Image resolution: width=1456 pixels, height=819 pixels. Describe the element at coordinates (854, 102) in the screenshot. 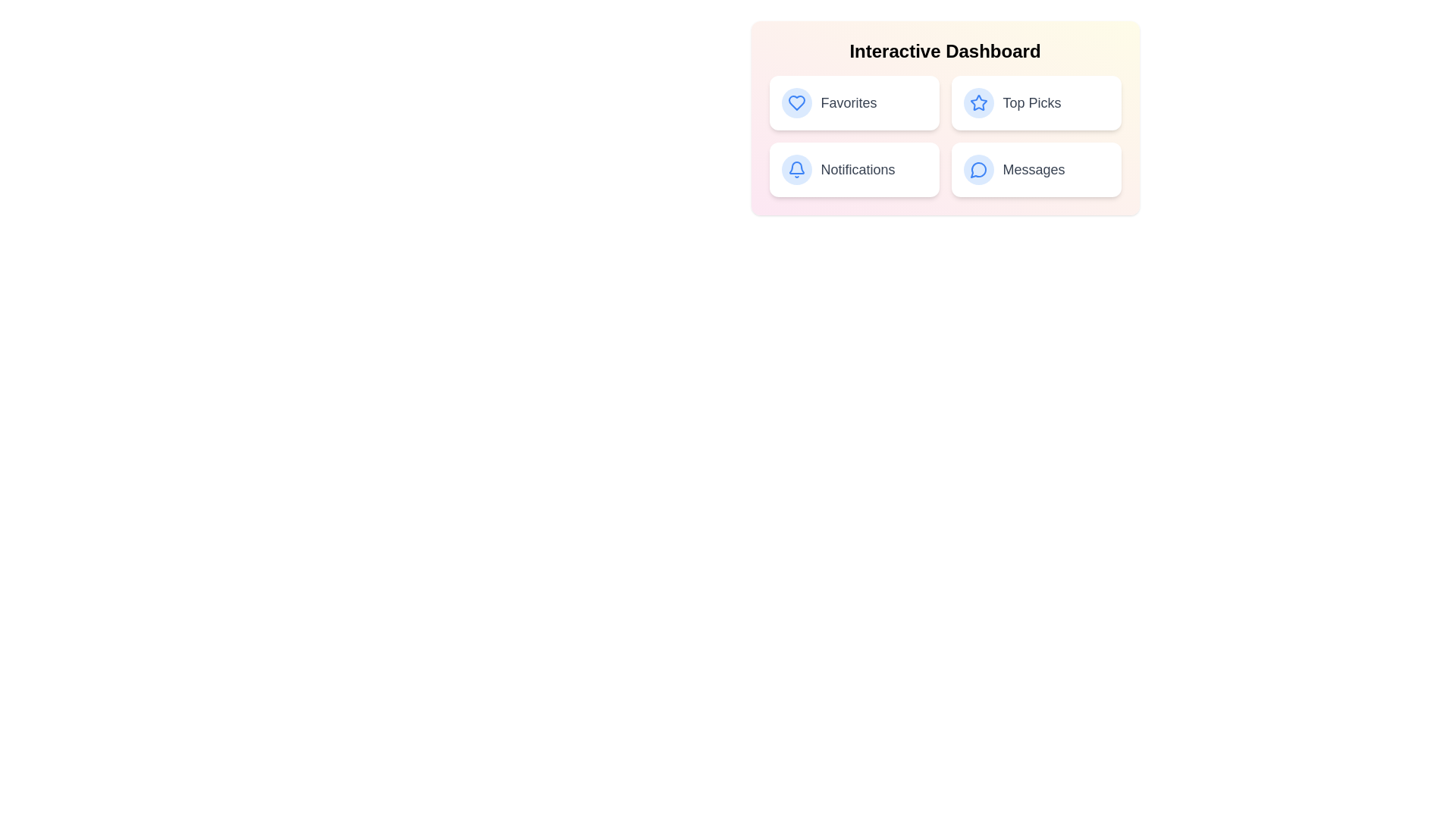

I see `the 'Favorites' button to view favorites` at that location.